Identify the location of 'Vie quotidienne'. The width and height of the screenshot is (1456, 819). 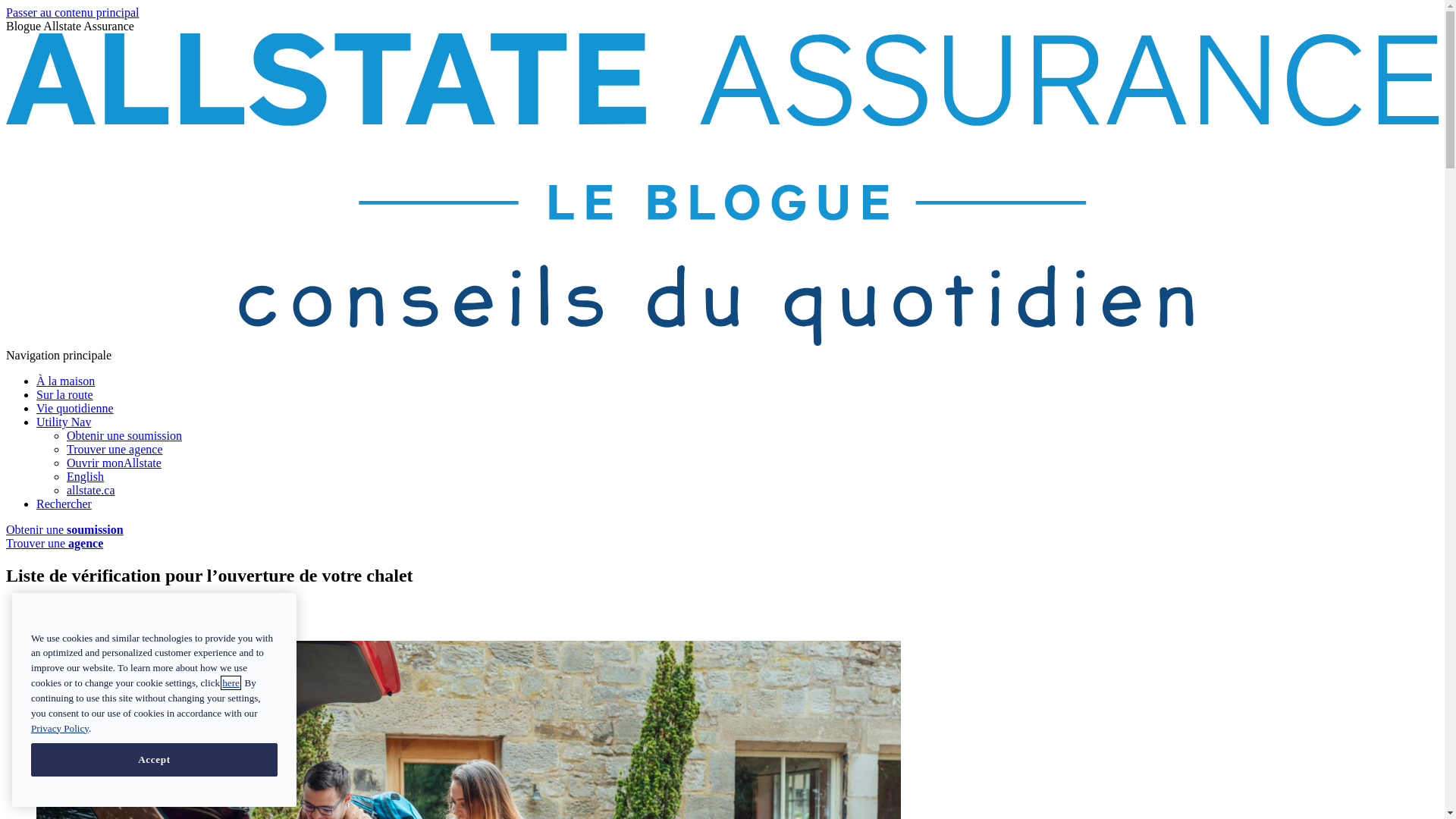
(74, 407).